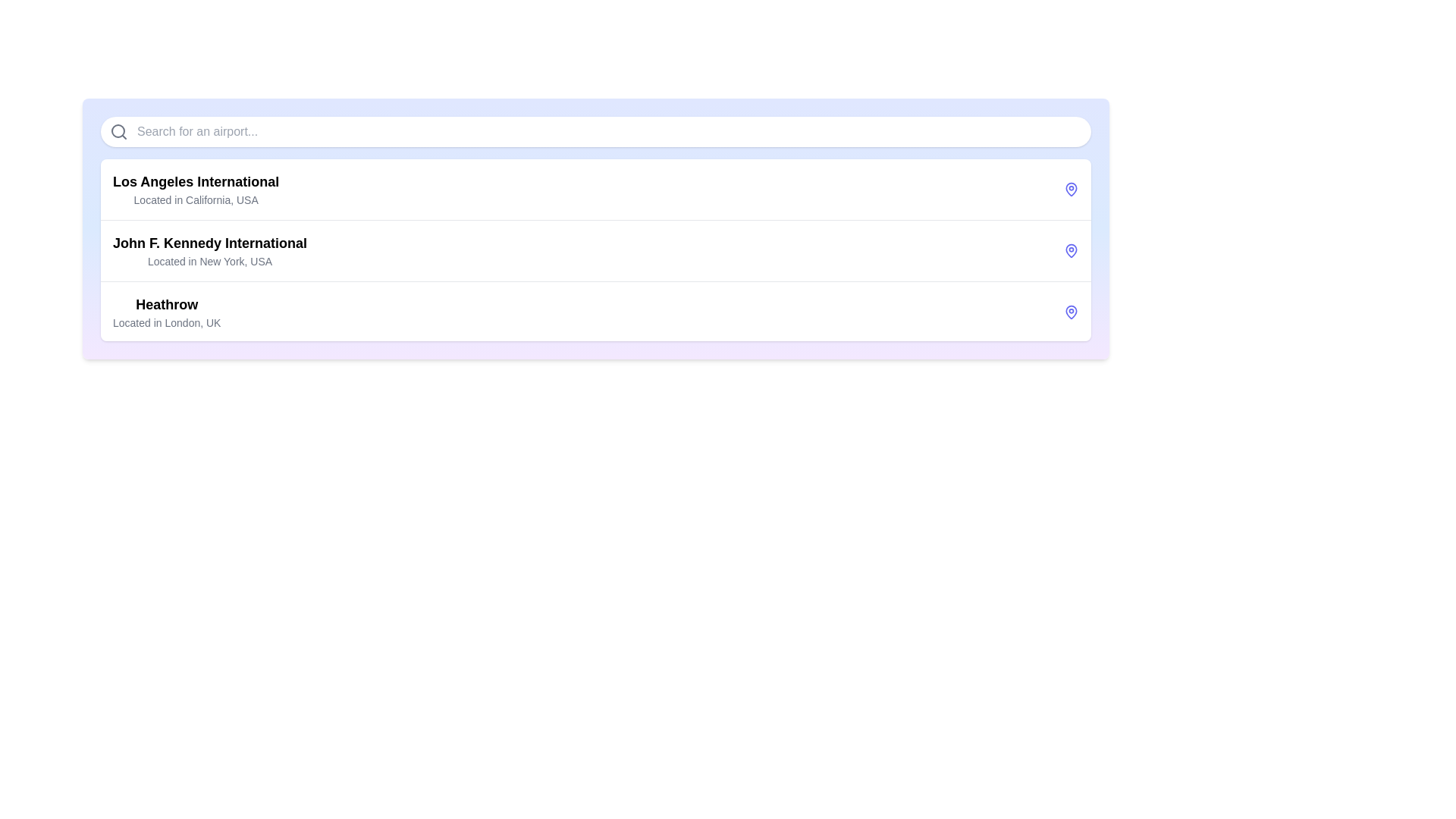  What do you see at coordinates (167, 304) in the screenshot?
I see `the text label displaying 'Heathrow' for accessibility purposes, located at the bottom of the airport names list in the search interface` at bounding box center [167, 304].